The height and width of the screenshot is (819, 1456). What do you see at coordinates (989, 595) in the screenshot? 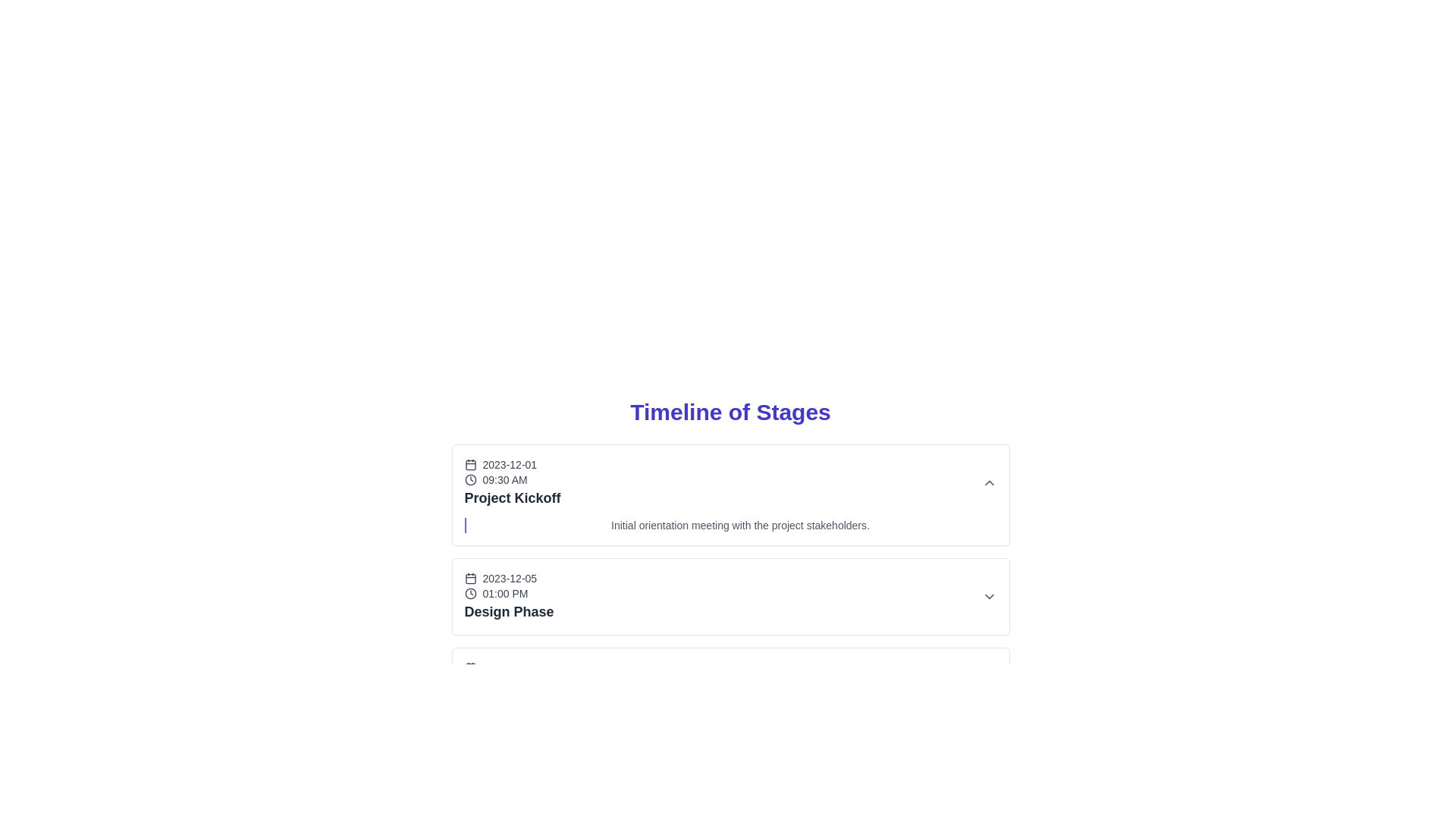
I see `the chevron icon at the end of the row labeled '2023-12-05 01:00 PM Design Phase'` at bounding box center [989, 595].